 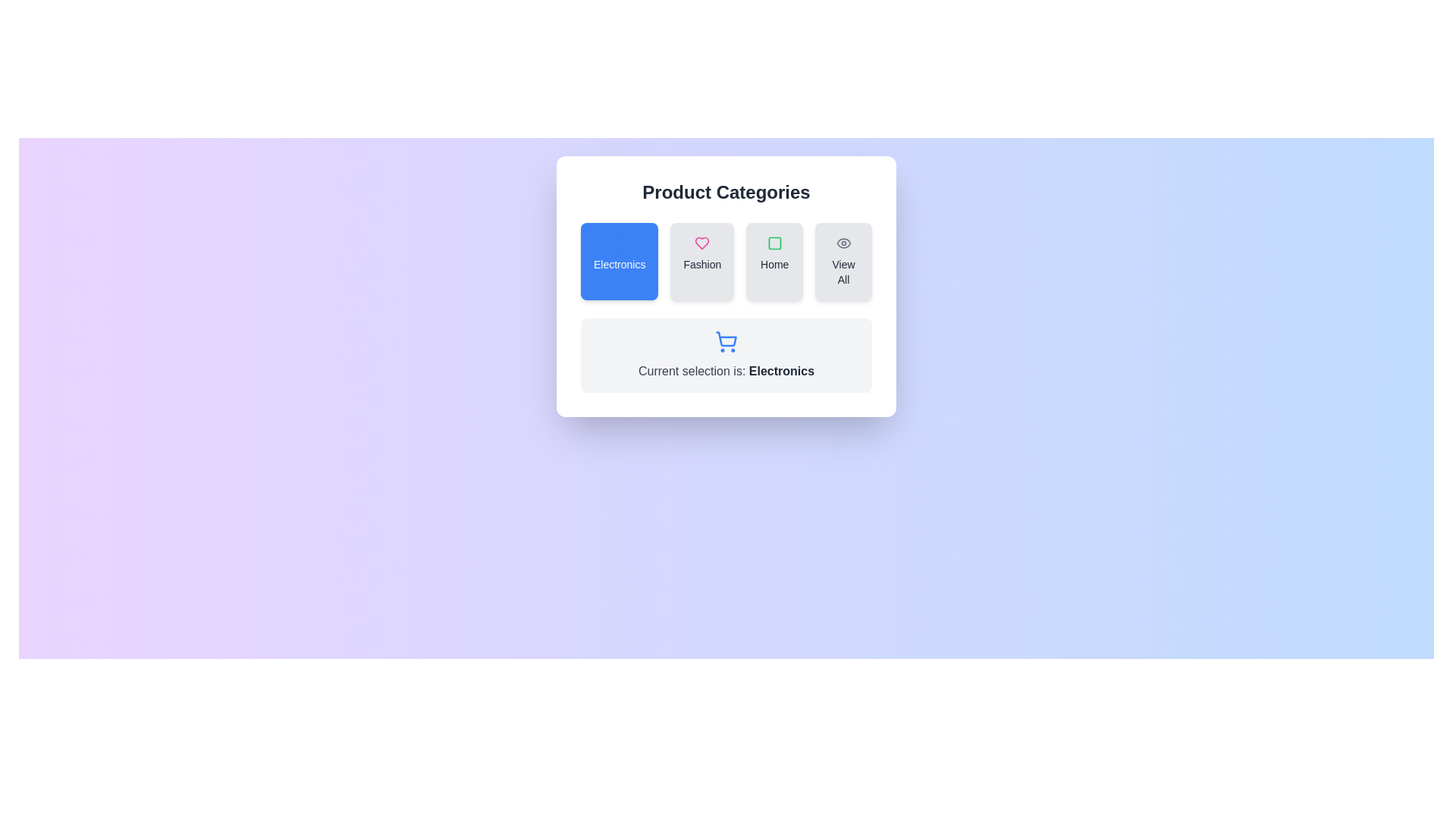 What do you see at coordinates (701, 263) in the screenshot?
I see `the text label that reads 'Fashion', which is located at the bottom center of a button-like element` at bounding box center [701, 263].